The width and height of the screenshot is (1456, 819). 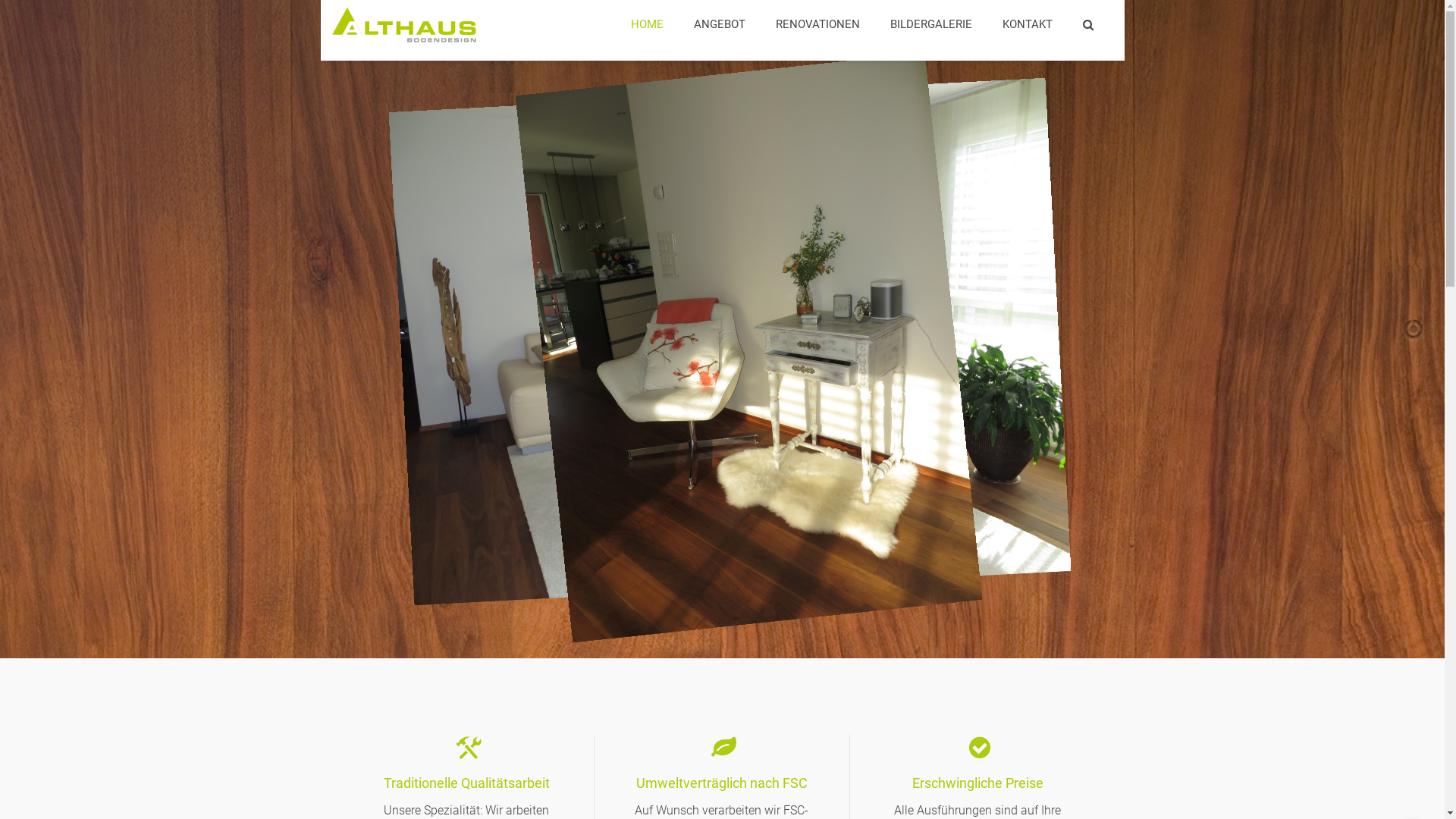 What do you see at coordinates (647, 24) in the screenshot?
I see `'HOME'` at bounding box center [647, 24].